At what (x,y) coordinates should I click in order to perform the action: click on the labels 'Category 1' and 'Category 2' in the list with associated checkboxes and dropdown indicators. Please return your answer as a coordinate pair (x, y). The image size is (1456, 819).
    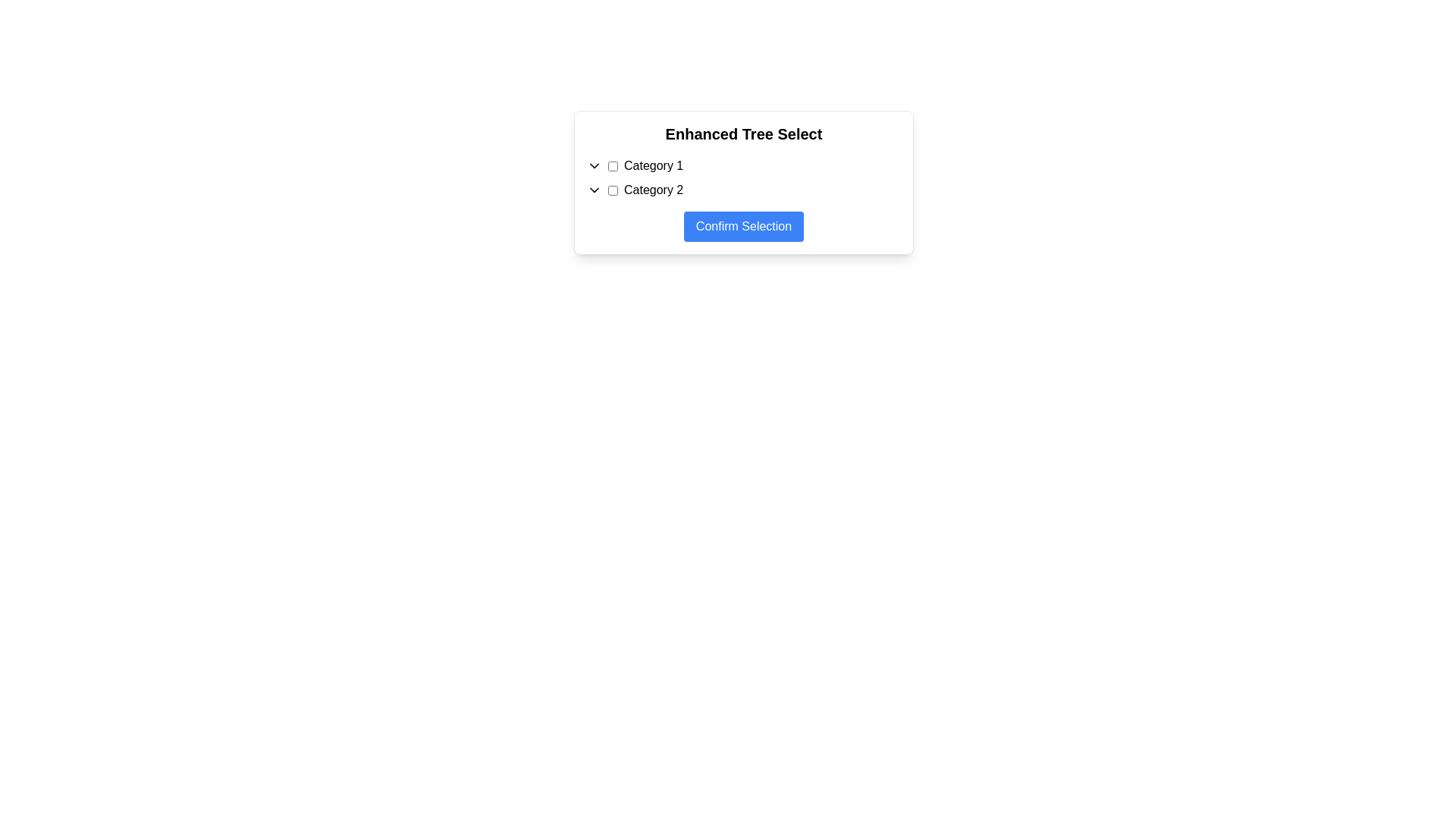
    Looking at the image, I should click on (743, 177).